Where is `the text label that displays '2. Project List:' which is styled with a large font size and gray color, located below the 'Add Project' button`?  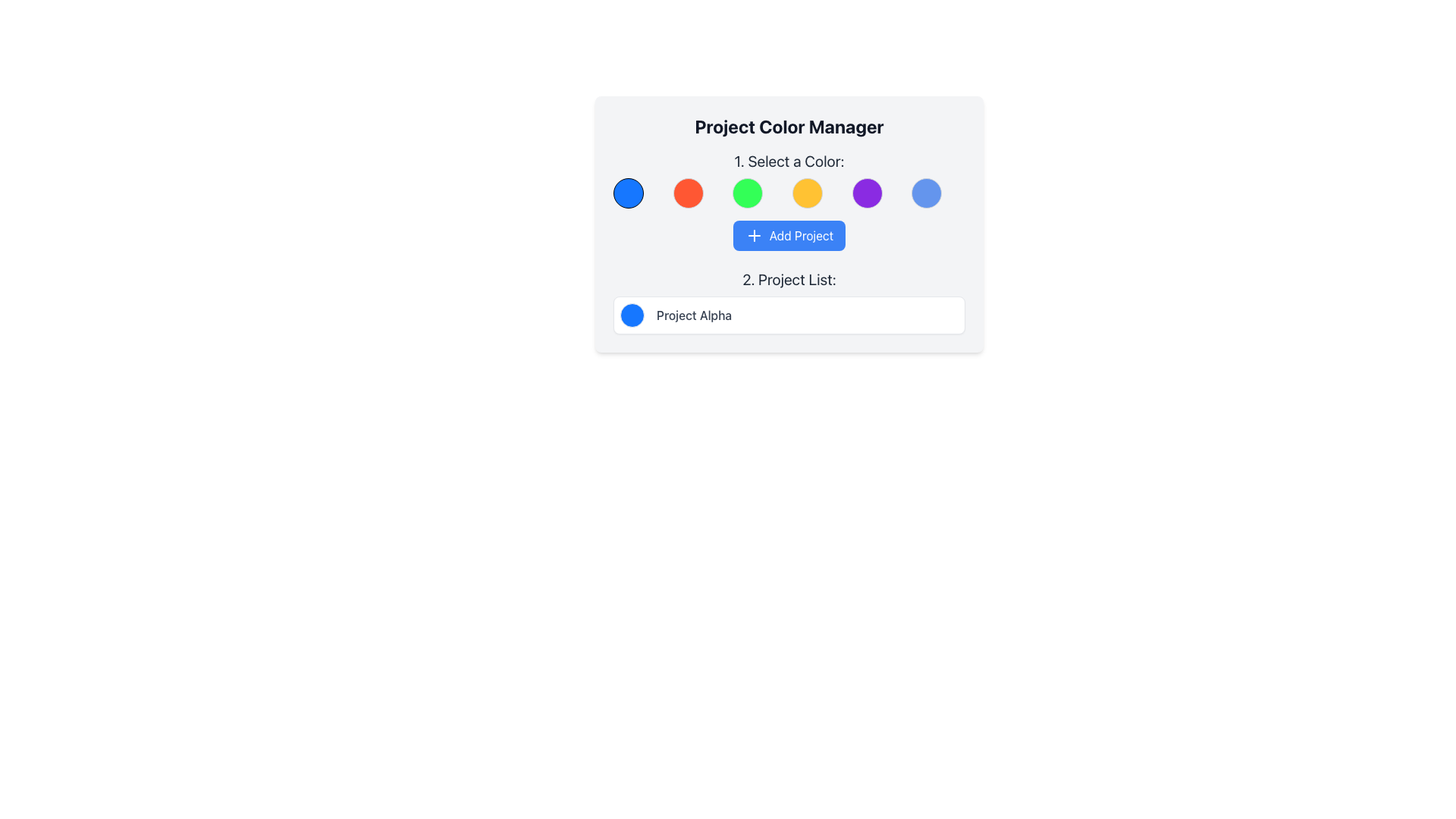 the text label that displays '2. Project List:' which is styled with a large font size and gray color, located below the 'Add Project' button is located at coordinates (789, 280).